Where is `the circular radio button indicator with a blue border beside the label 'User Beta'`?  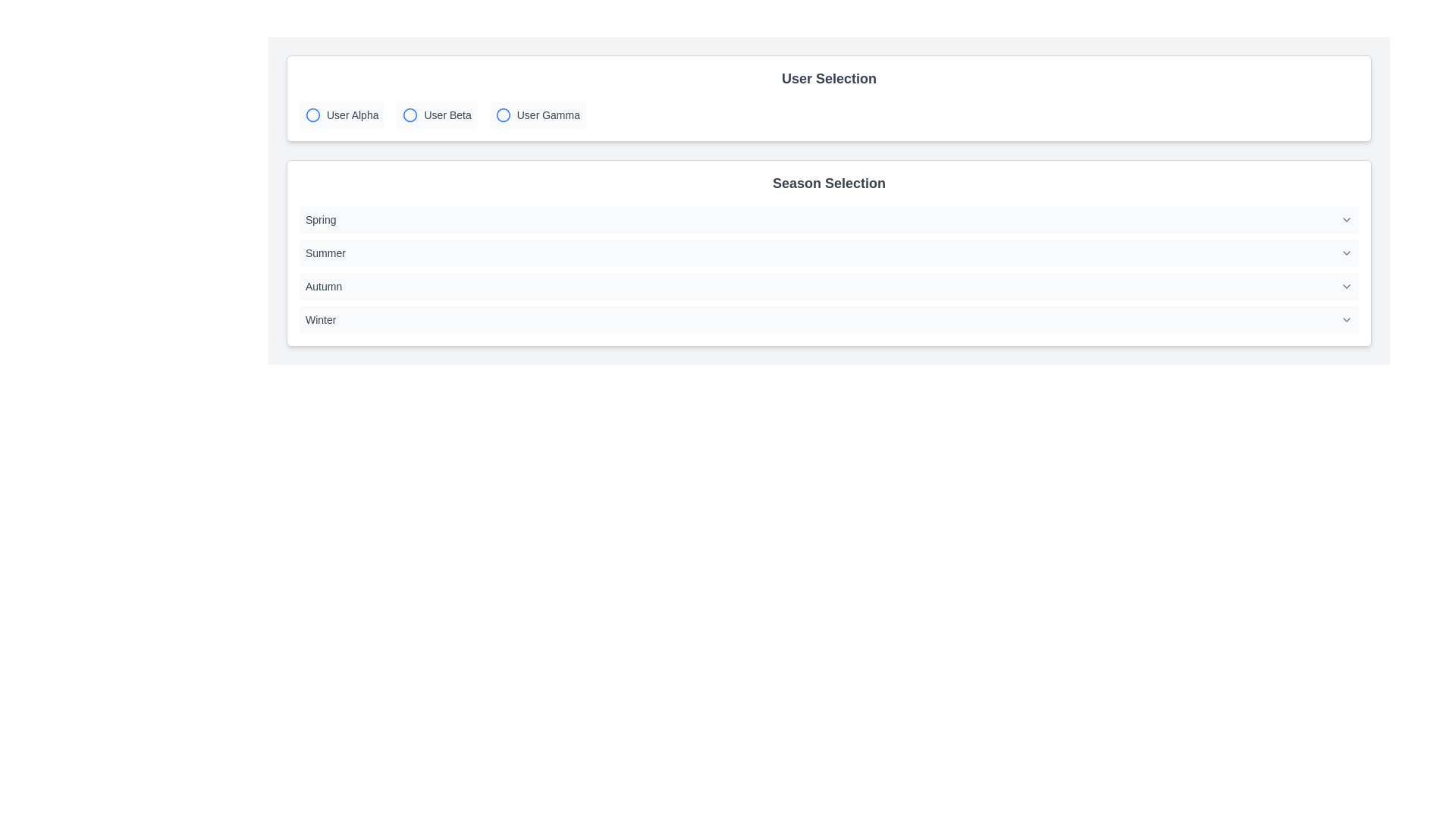
the circular radio button indicator with a blue border beside the label 'User Beta' is located at coordinates (410, 114).